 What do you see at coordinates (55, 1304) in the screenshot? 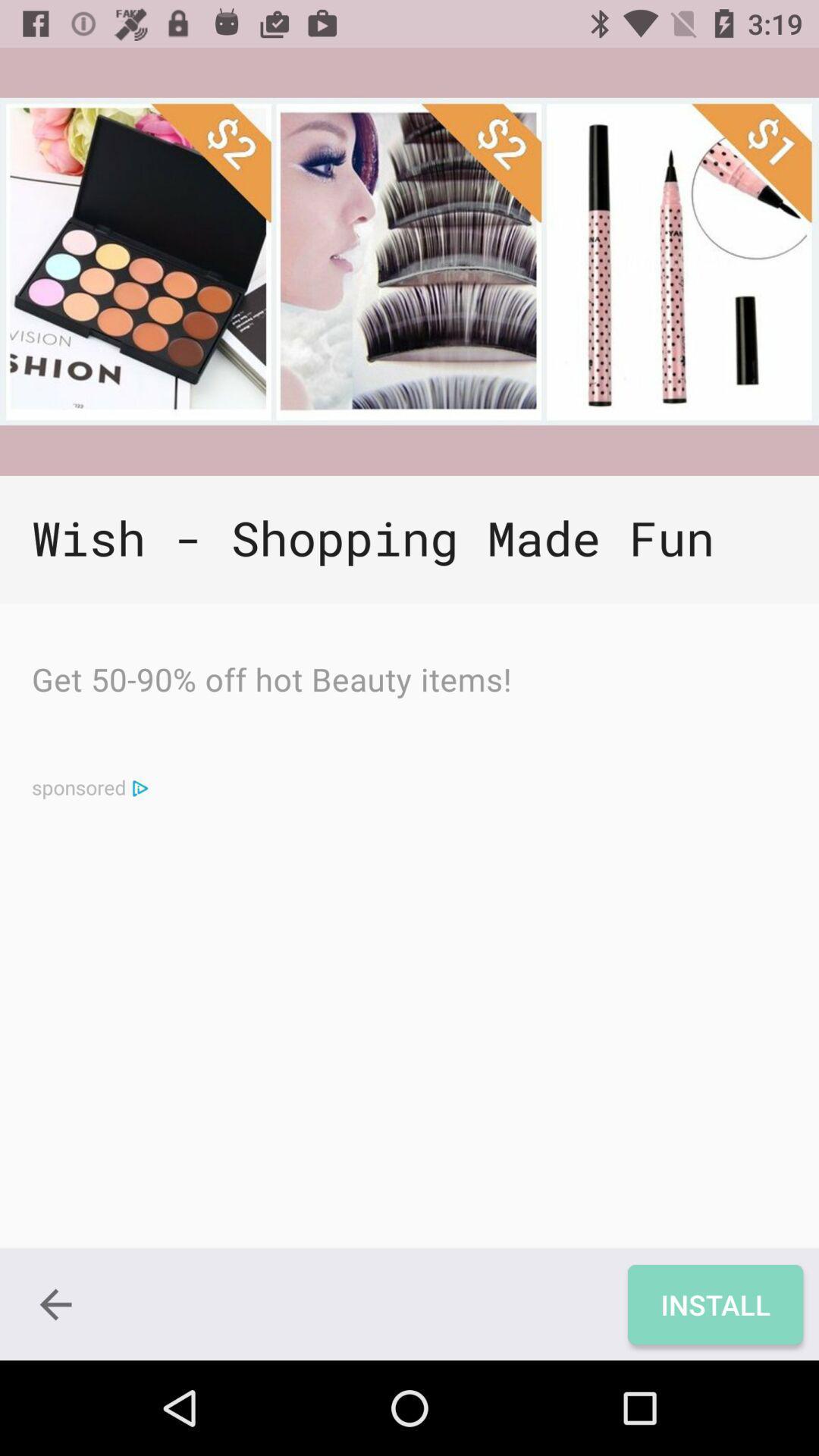
I see `icon at the bottom left corner` at bounding box center [55, 1304].